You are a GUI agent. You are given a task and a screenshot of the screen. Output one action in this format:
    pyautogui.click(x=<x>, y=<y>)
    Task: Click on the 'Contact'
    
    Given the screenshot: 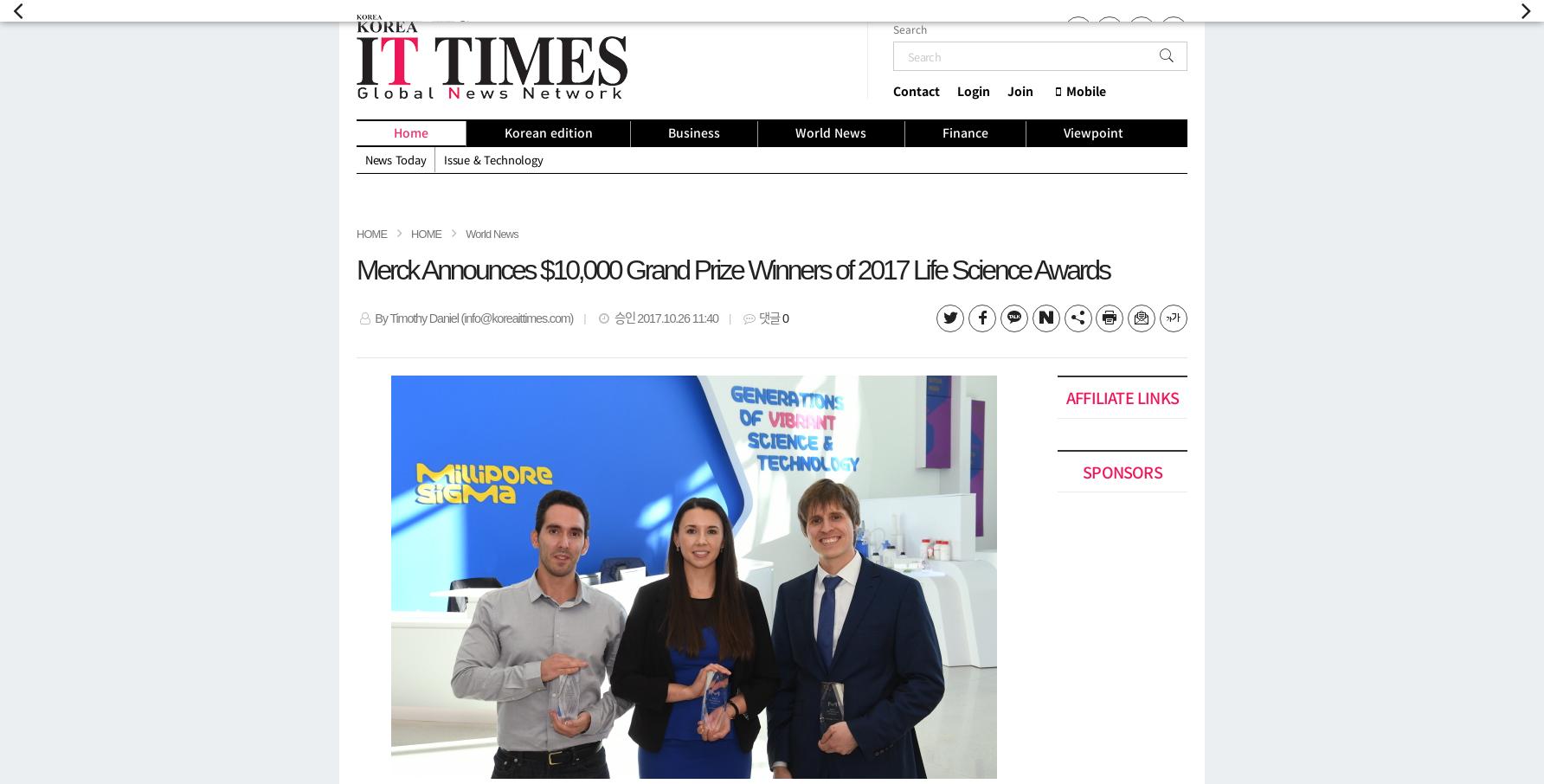 What is the action you would take?
    pyautogui.click(x=892, y=90)
    